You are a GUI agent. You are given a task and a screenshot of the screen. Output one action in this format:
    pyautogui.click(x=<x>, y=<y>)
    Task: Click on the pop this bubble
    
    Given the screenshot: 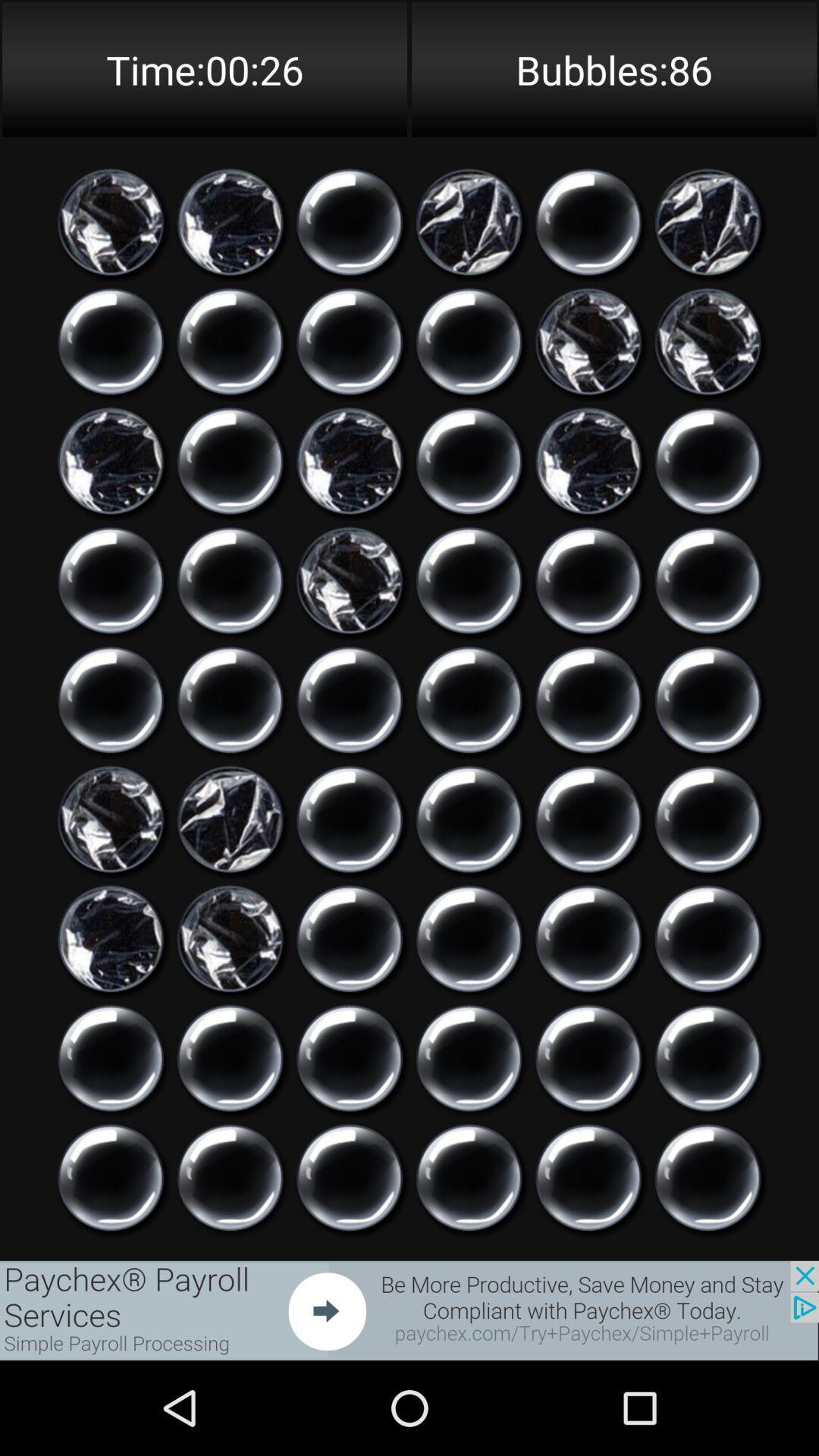 What is the action you would take?
    pyautogui.click(x=708, y=579)
    